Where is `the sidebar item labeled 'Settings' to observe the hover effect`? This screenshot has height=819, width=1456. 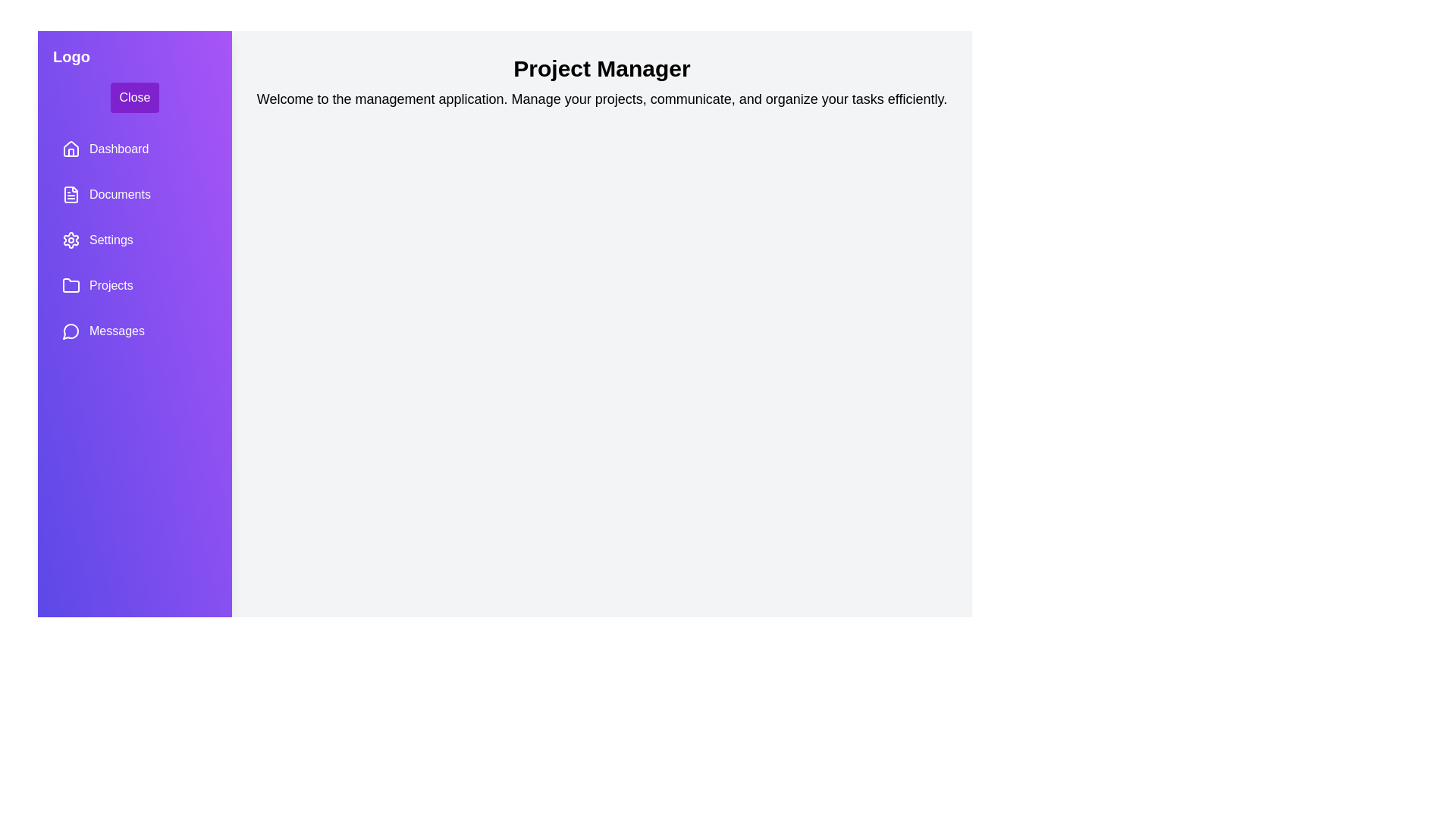
the sidebar item labeled 'Settings' to observe the hover effect is located at coordinates (134, 239).